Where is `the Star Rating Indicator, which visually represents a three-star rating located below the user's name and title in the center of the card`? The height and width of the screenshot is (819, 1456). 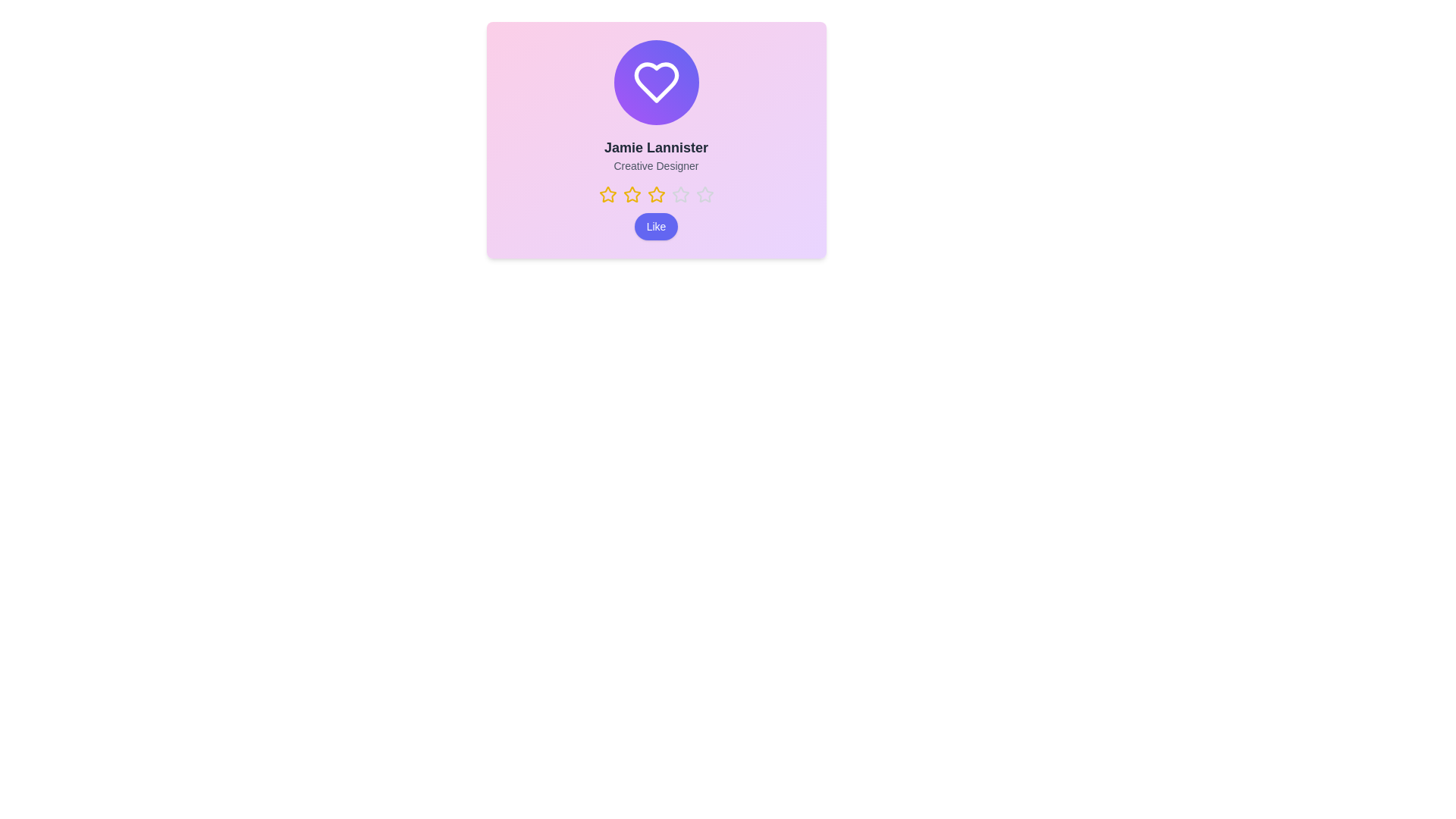 the Star Rating Indicator, which visually represents a three-star rating located below the user's name and title in the center of the card is located at coordinates (656, 194).